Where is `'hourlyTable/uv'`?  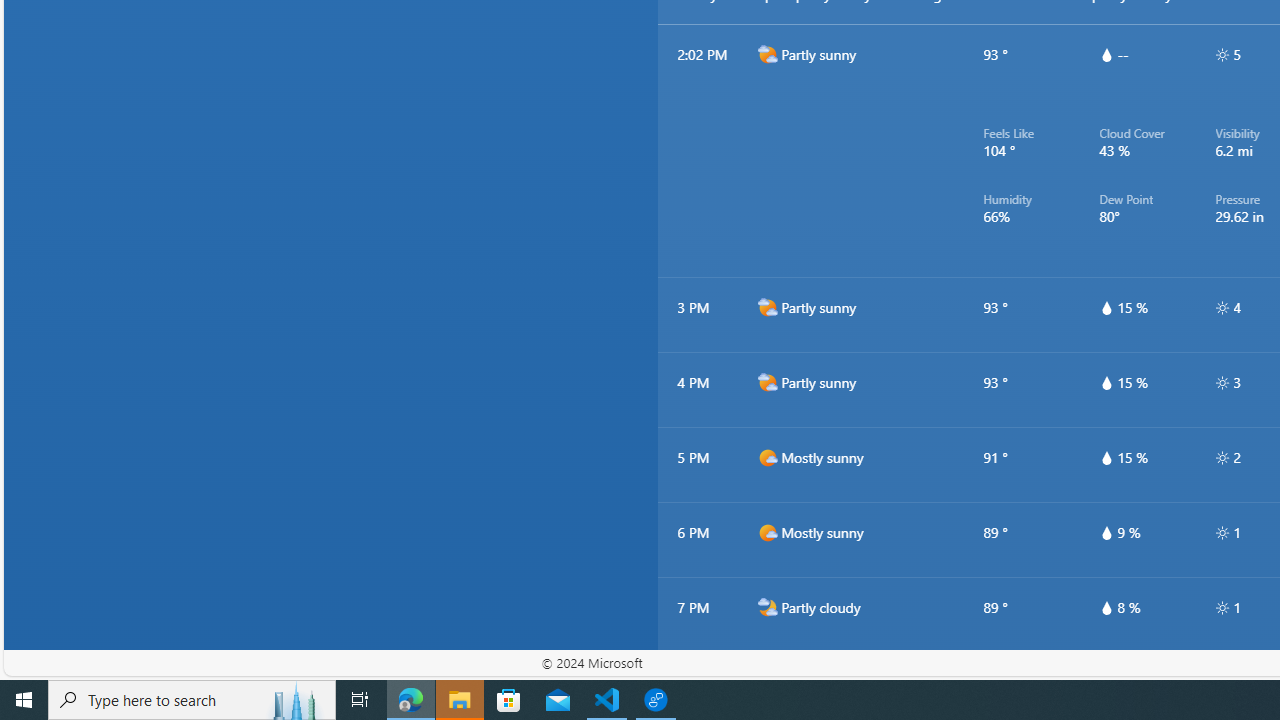
'hourlyTable/uv' is located at coordinates (1221, 607).